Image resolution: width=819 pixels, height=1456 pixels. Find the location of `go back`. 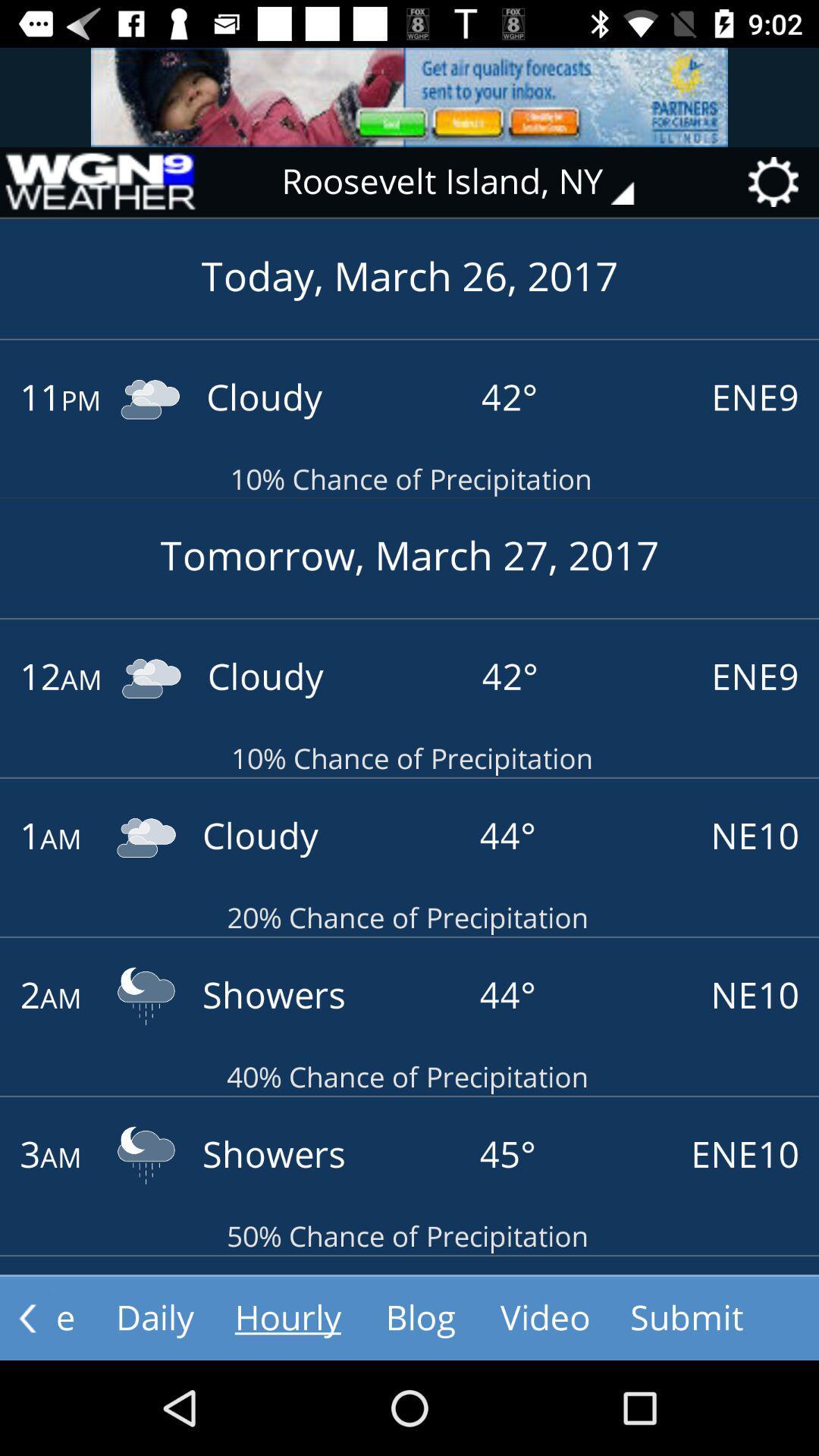

go back is located at coordinates (99, 182).